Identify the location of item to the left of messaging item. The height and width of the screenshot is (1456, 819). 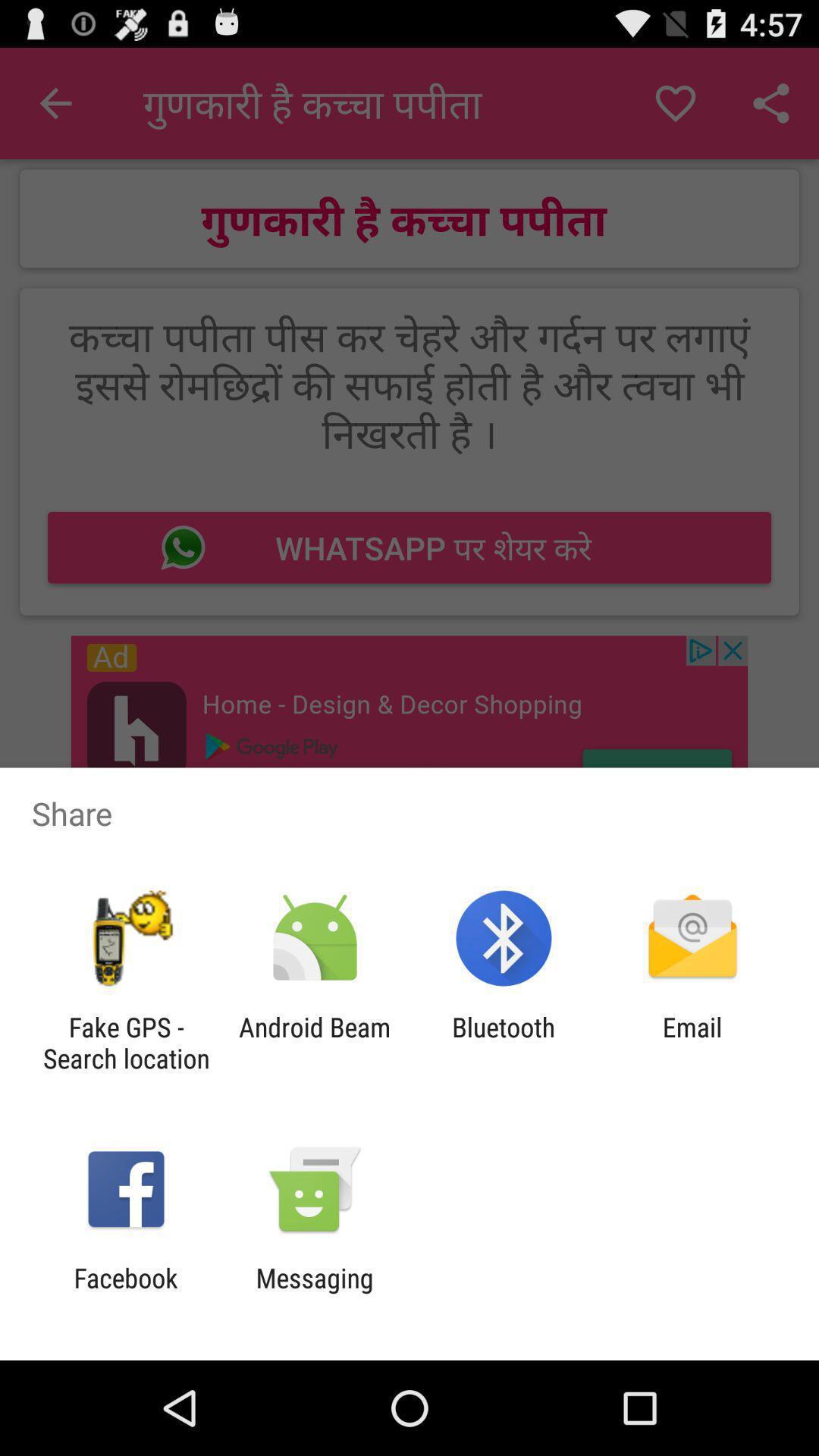
(125, 1293).